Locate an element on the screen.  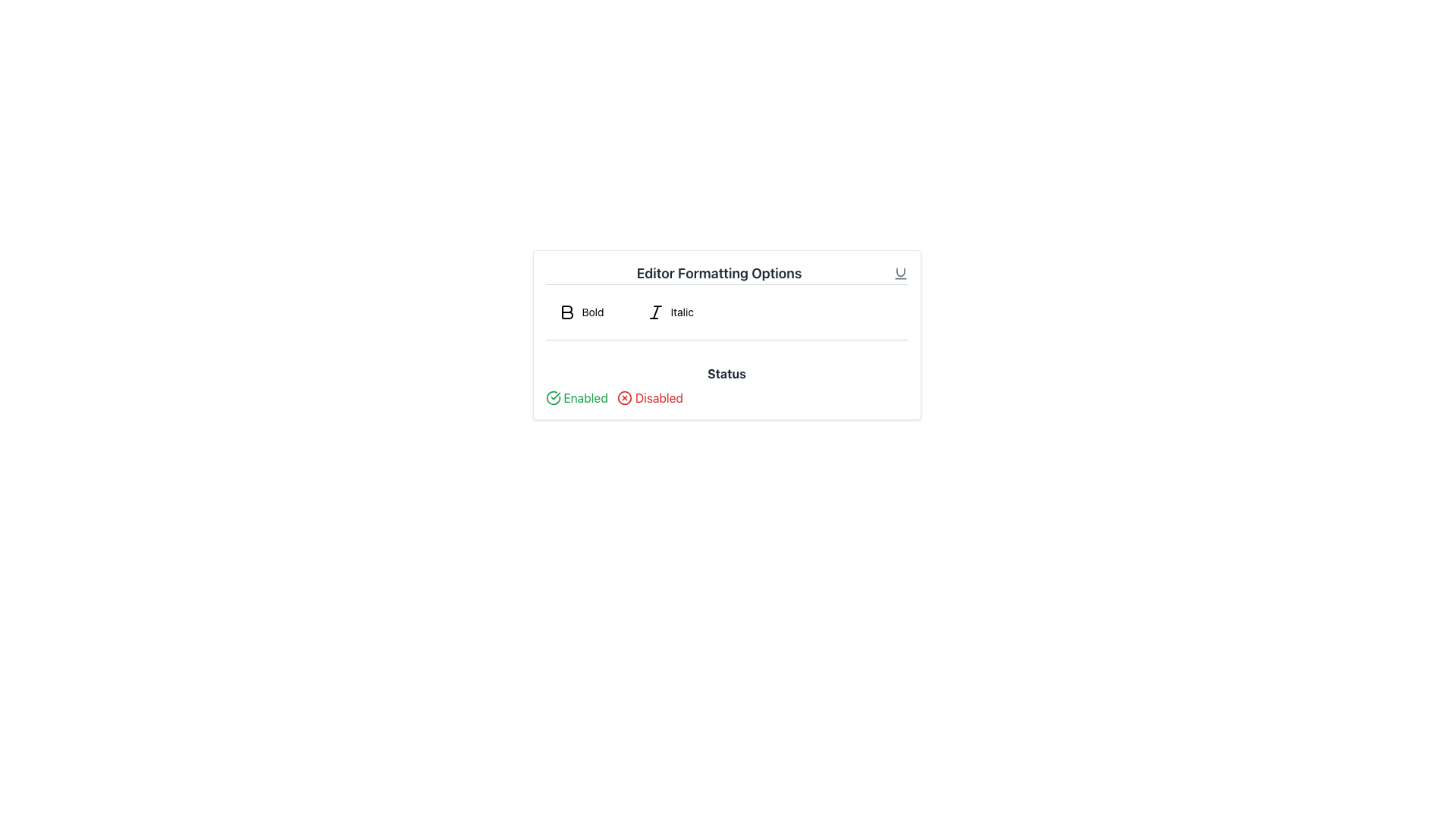
the icon that represents a disabled status, located in the 'Status' row next to the 'Disabled' label is located at coordinates (624, 397).